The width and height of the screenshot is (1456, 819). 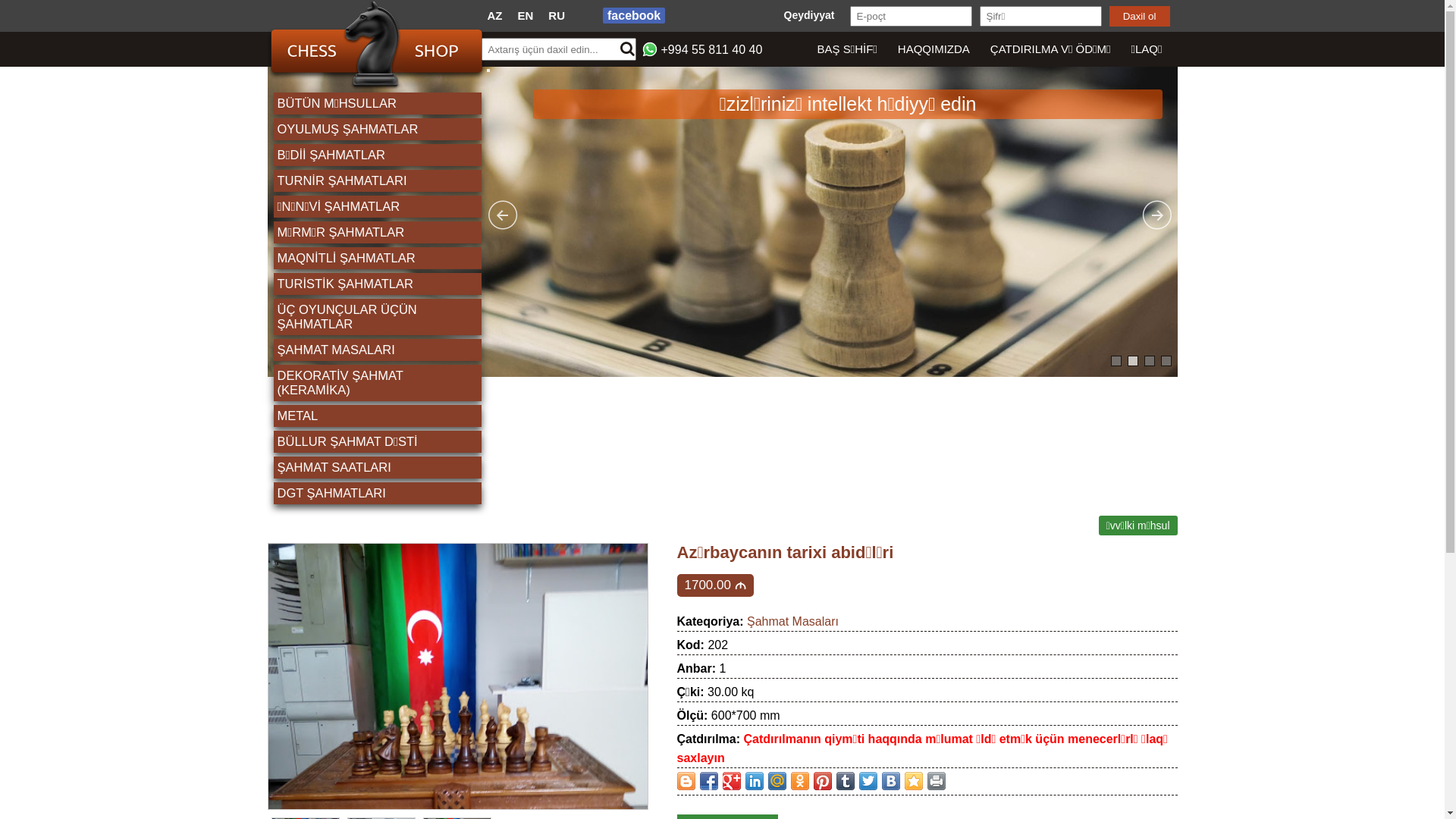 What do you see at coordinates (808, 14) in the screenshot?
I see `'Qeydiyyat'` at bounding box center [808, 14].